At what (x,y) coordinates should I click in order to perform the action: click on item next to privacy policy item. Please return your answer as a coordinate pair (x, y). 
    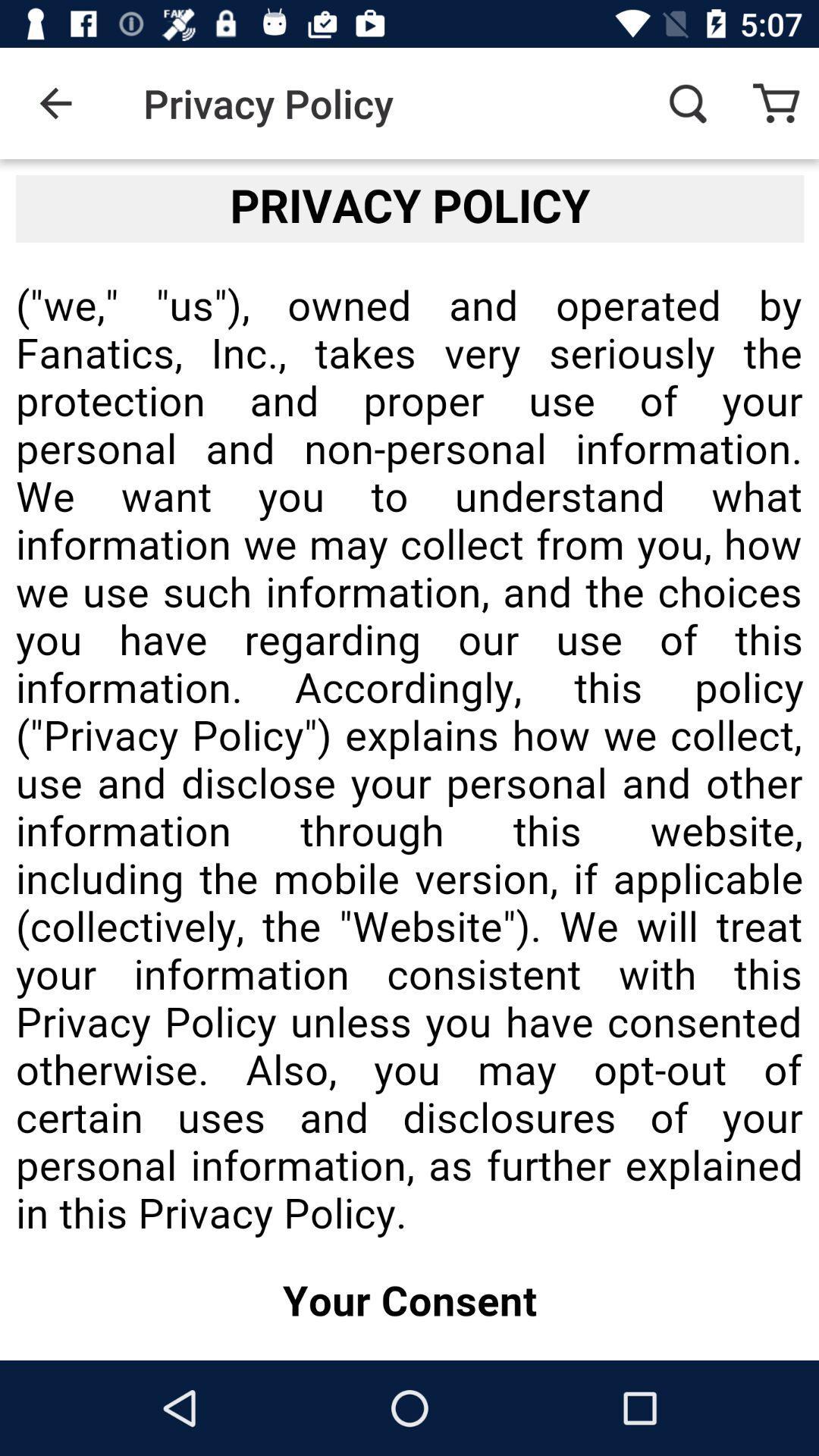
    Looking at the image, I should click on (687, 102).